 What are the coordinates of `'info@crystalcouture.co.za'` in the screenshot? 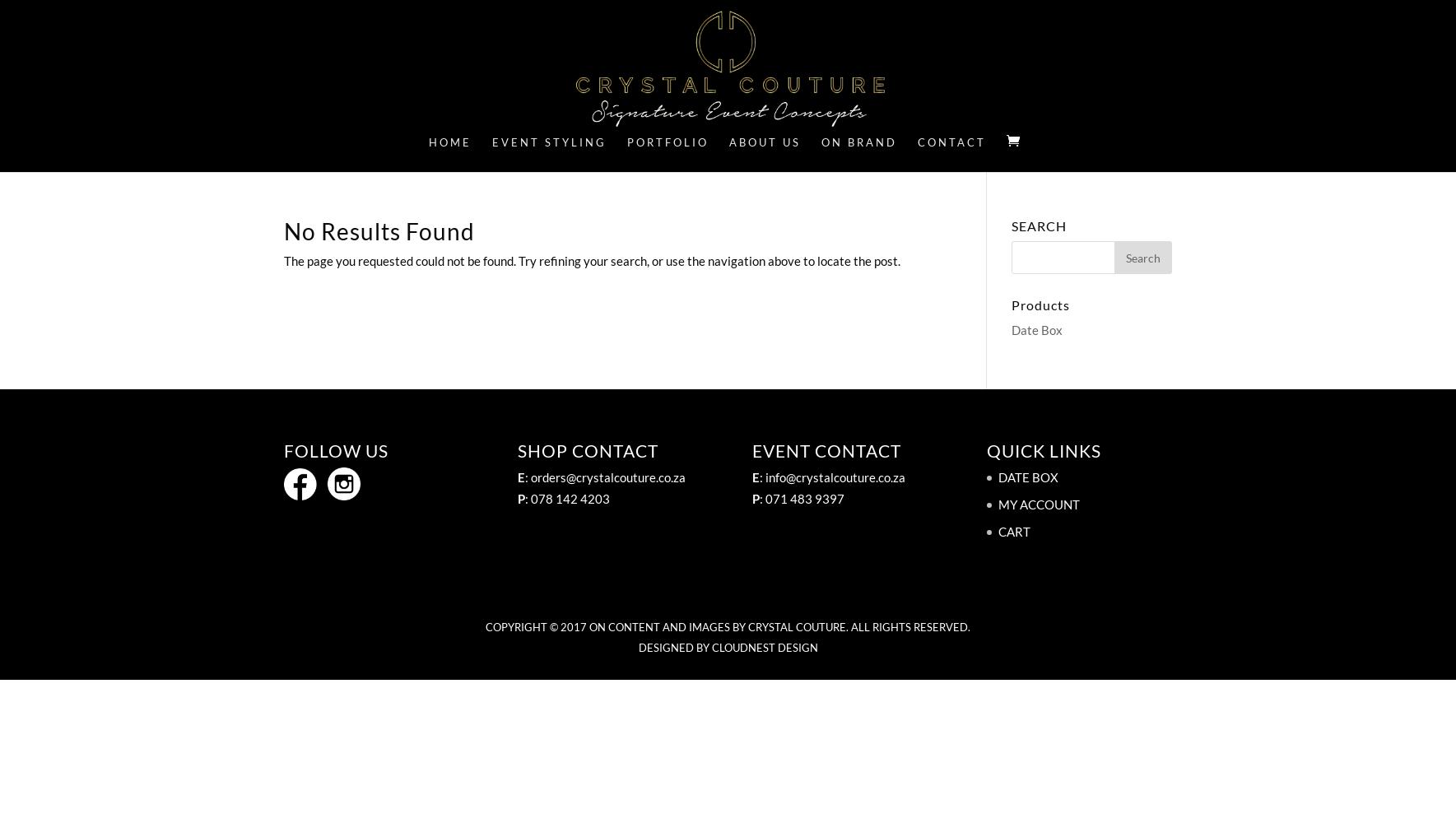 It's located at (835, 477).